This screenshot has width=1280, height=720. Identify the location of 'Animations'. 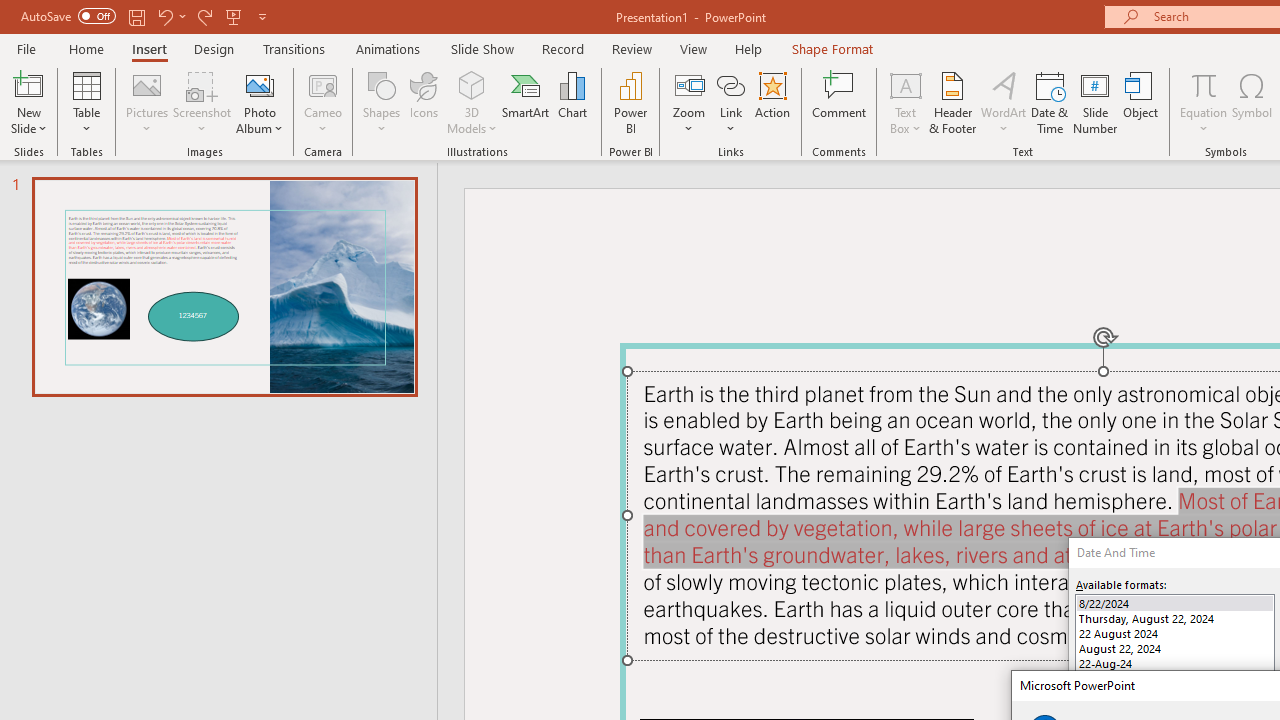
(388, 48).